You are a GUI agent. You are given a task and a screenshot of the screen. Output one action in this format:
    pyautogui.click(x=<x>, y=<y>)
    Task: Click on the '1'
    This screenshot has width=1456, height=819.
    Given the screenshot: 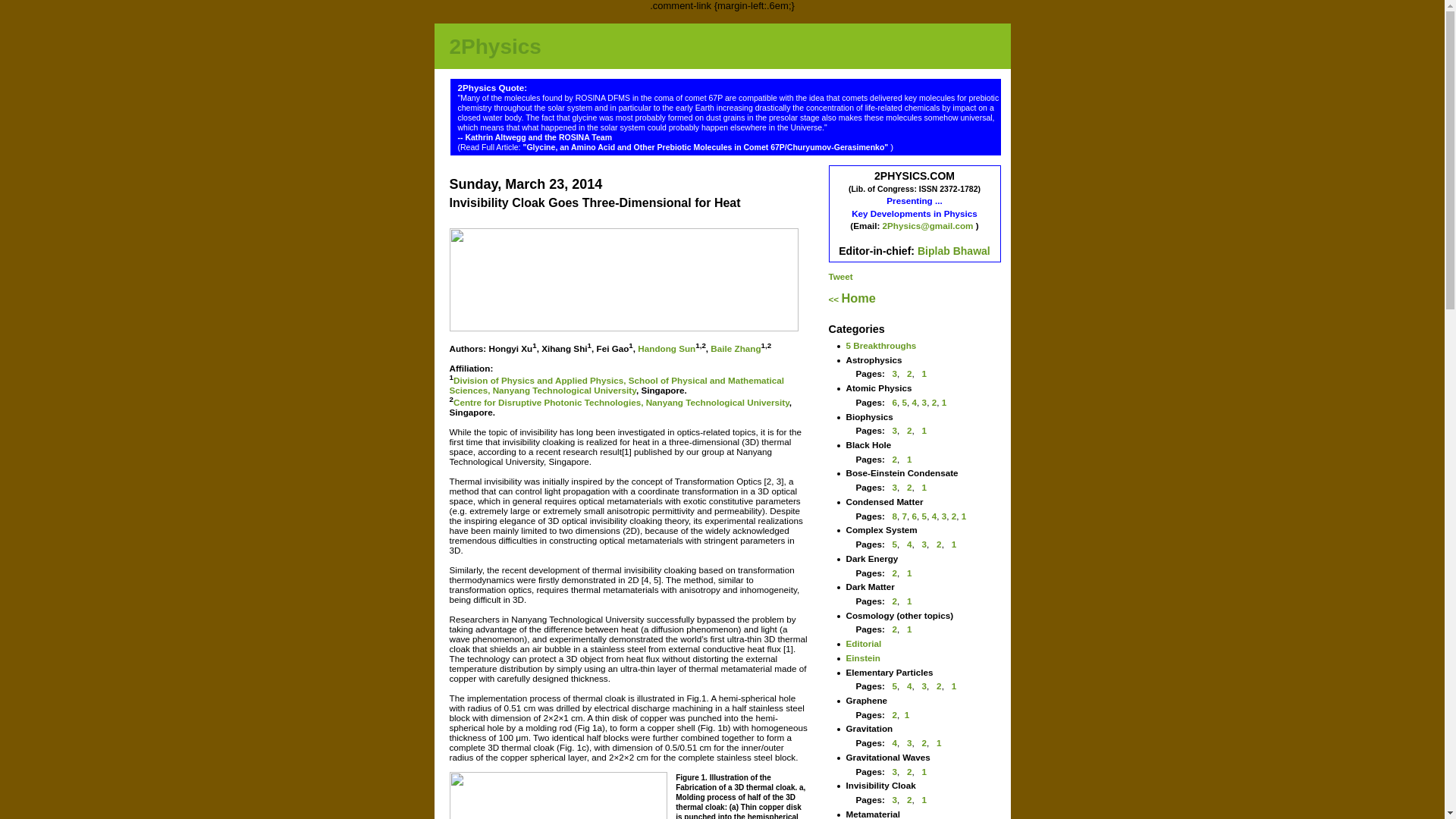 What is the action you would take?
    pyautogui.click(x=953, y=686)
    